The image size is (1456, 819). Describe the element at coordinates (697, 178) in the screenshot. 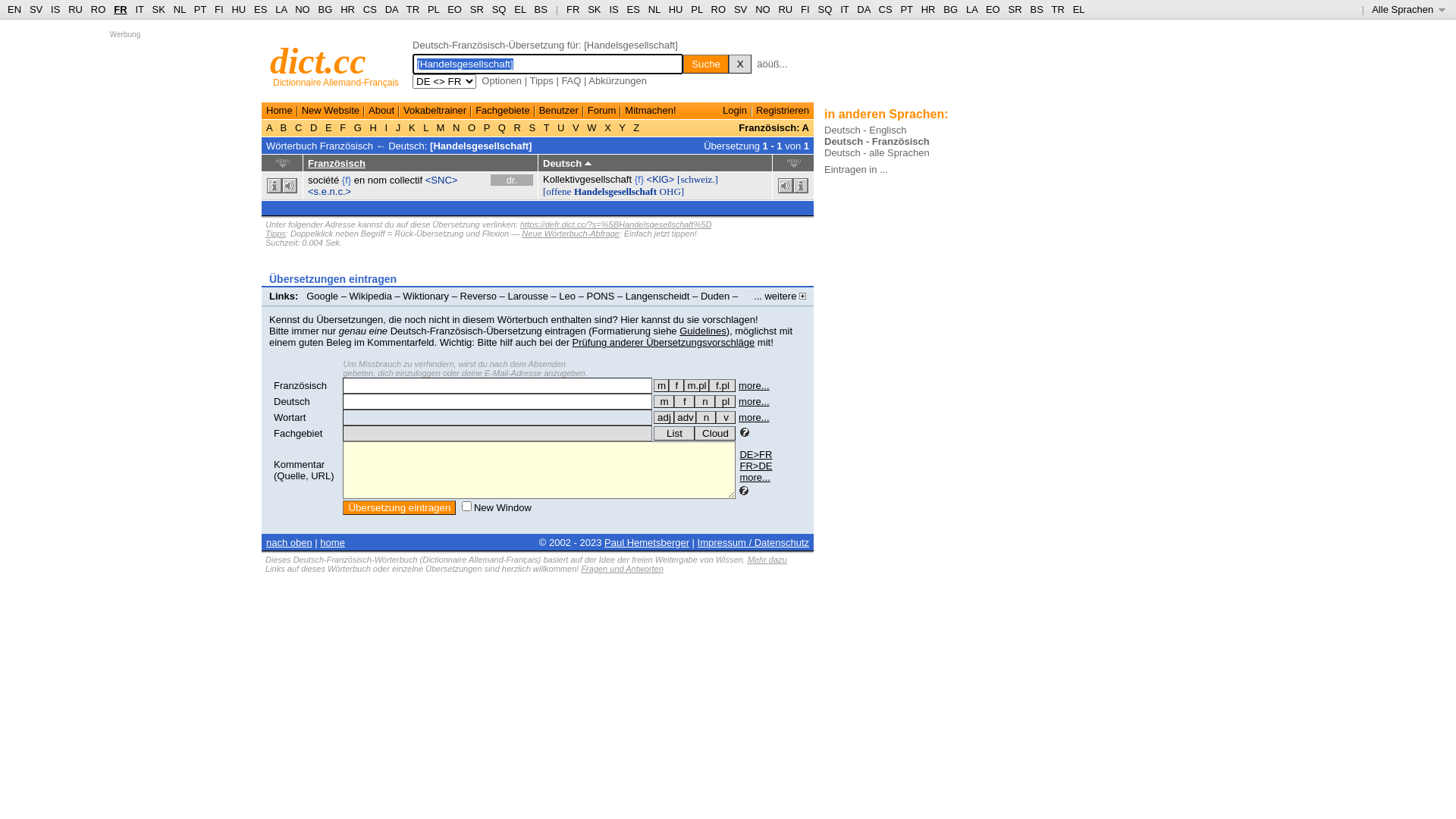

I see `'[schweiz.]'` at that location.